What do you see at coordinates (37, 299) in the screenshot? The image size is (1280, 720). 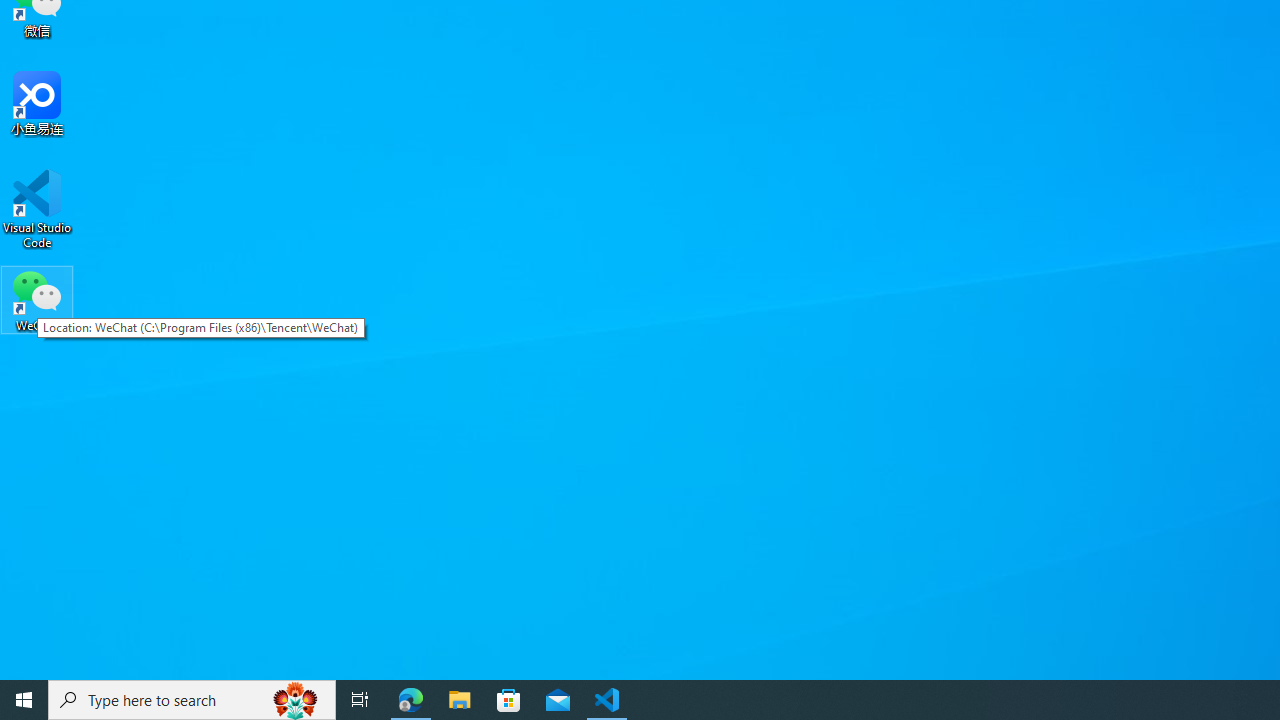 I see `'WeChat'` at bounding box center [37, 299].